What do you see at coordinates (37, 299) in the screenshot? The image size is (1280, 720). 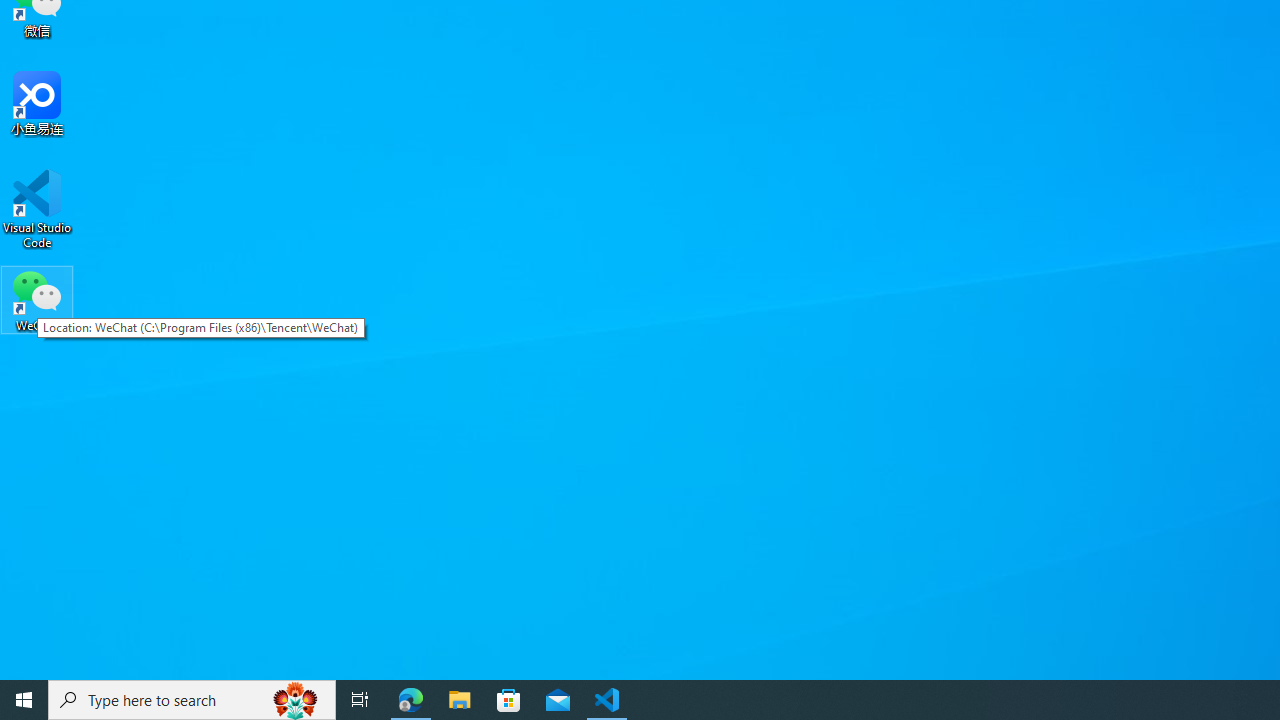 I see `'WeChat'` at bounding box center [37, 299].